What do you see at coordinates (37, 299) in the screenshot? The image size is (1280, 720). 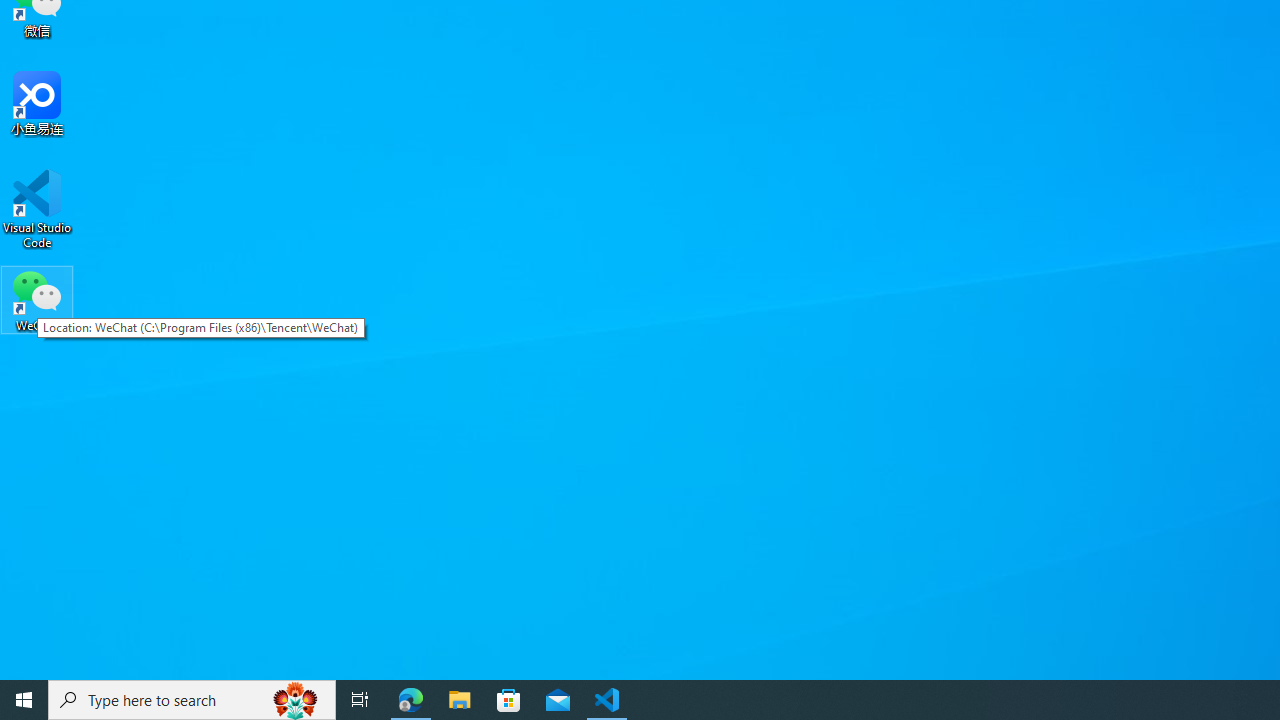 I see `'WeChat'` at bounding box center [37, 299].